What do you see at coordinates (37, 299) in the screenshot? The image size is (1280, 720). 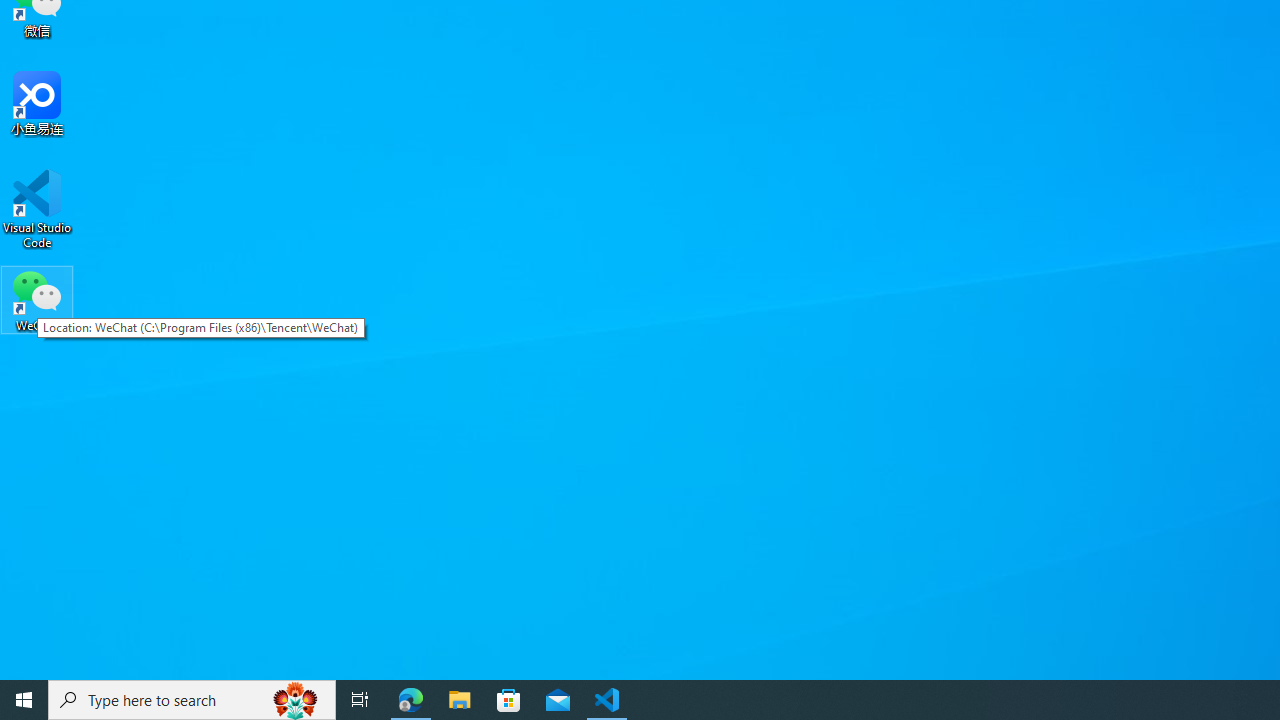 I see `'WeChat'` at bounding box center [37, 299].